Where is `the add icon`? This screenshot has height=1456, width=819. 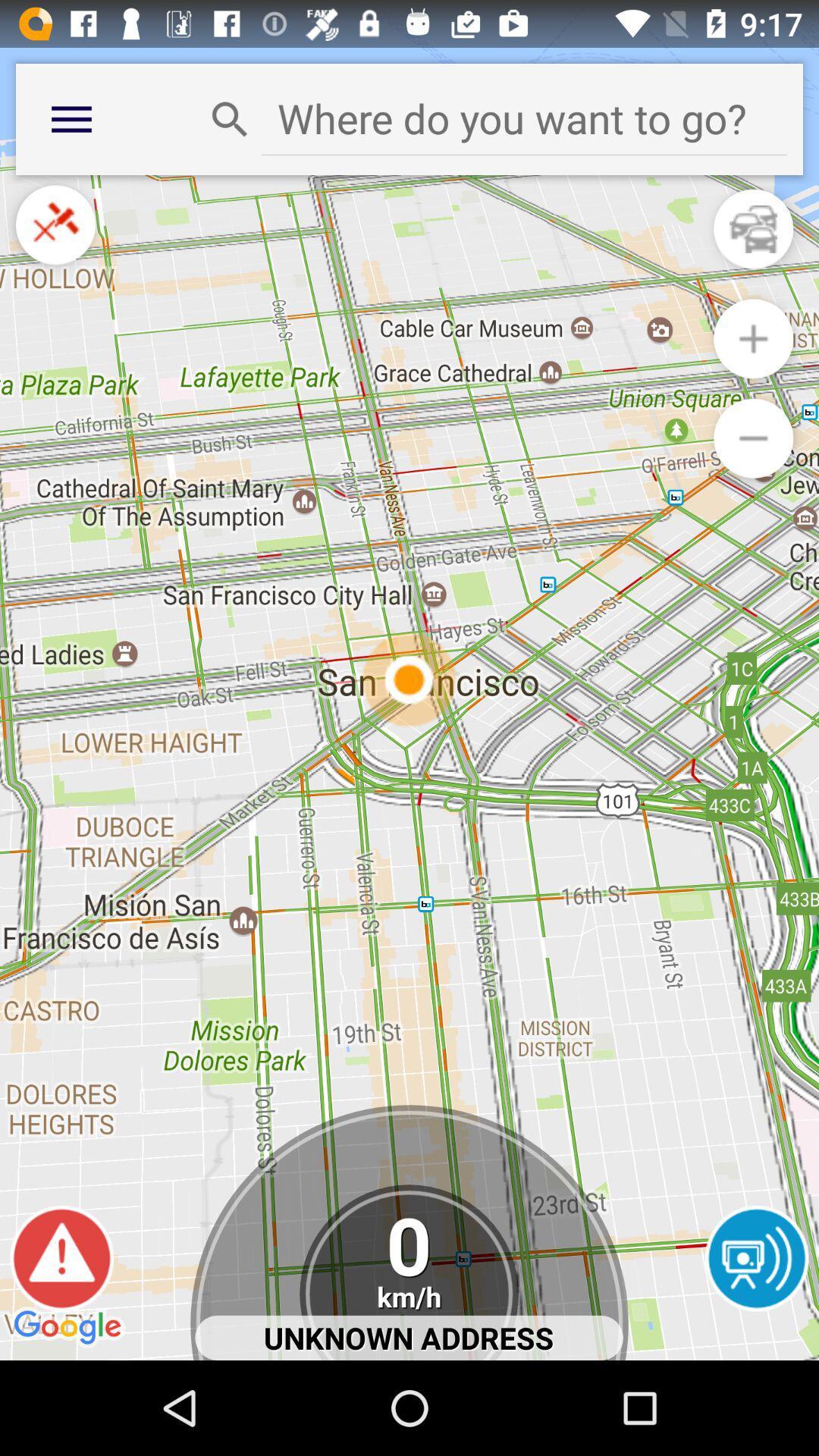 the add icon is located at coordinates (753, 362).